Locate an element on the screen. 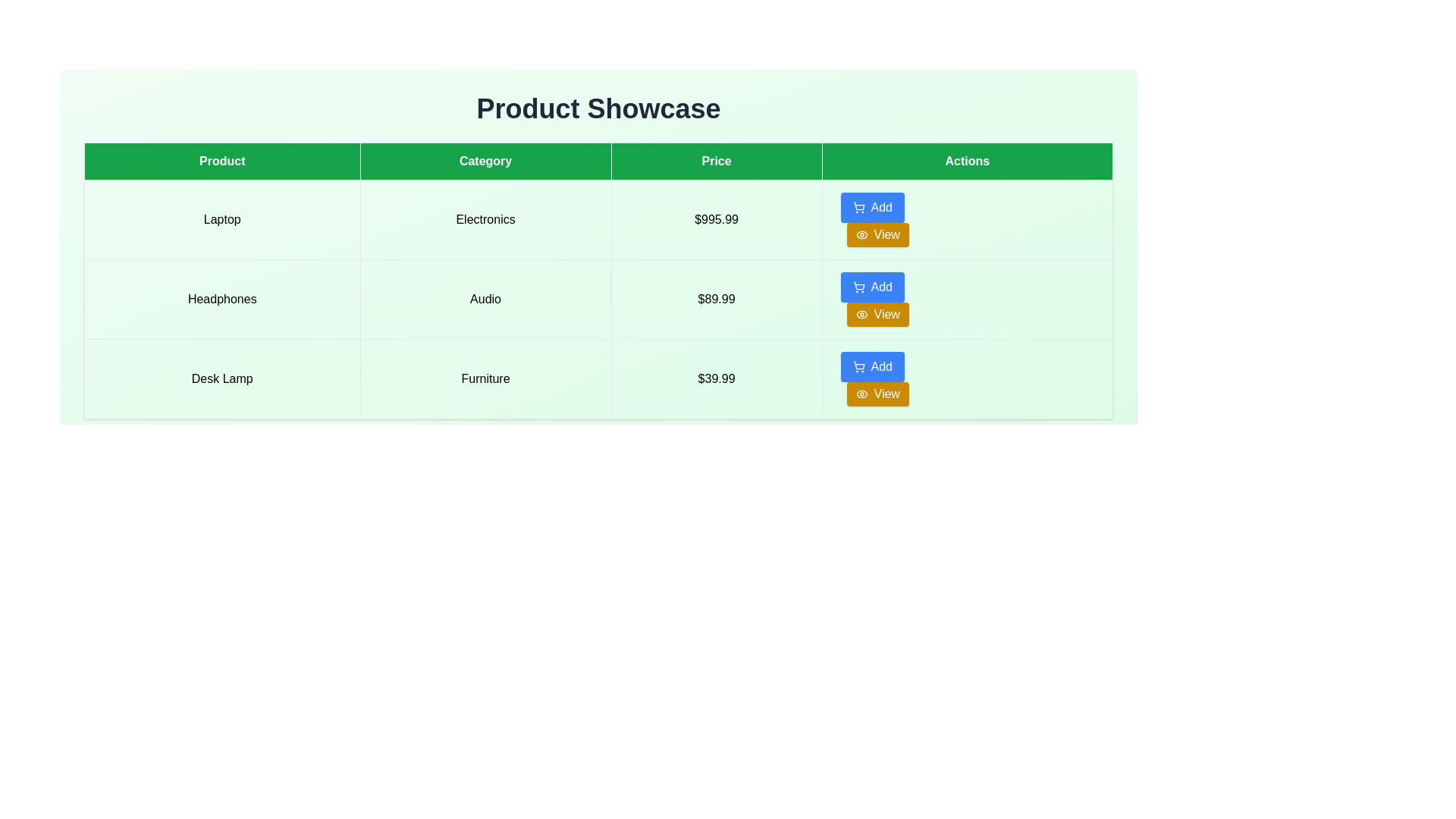 This screenshot has height=819, width=1456. the rectangular button with a yellow background and white text reading 'View', located in the 'Actions' column of the table row for the 'Headphones' product is located at coordinates (877, 314).